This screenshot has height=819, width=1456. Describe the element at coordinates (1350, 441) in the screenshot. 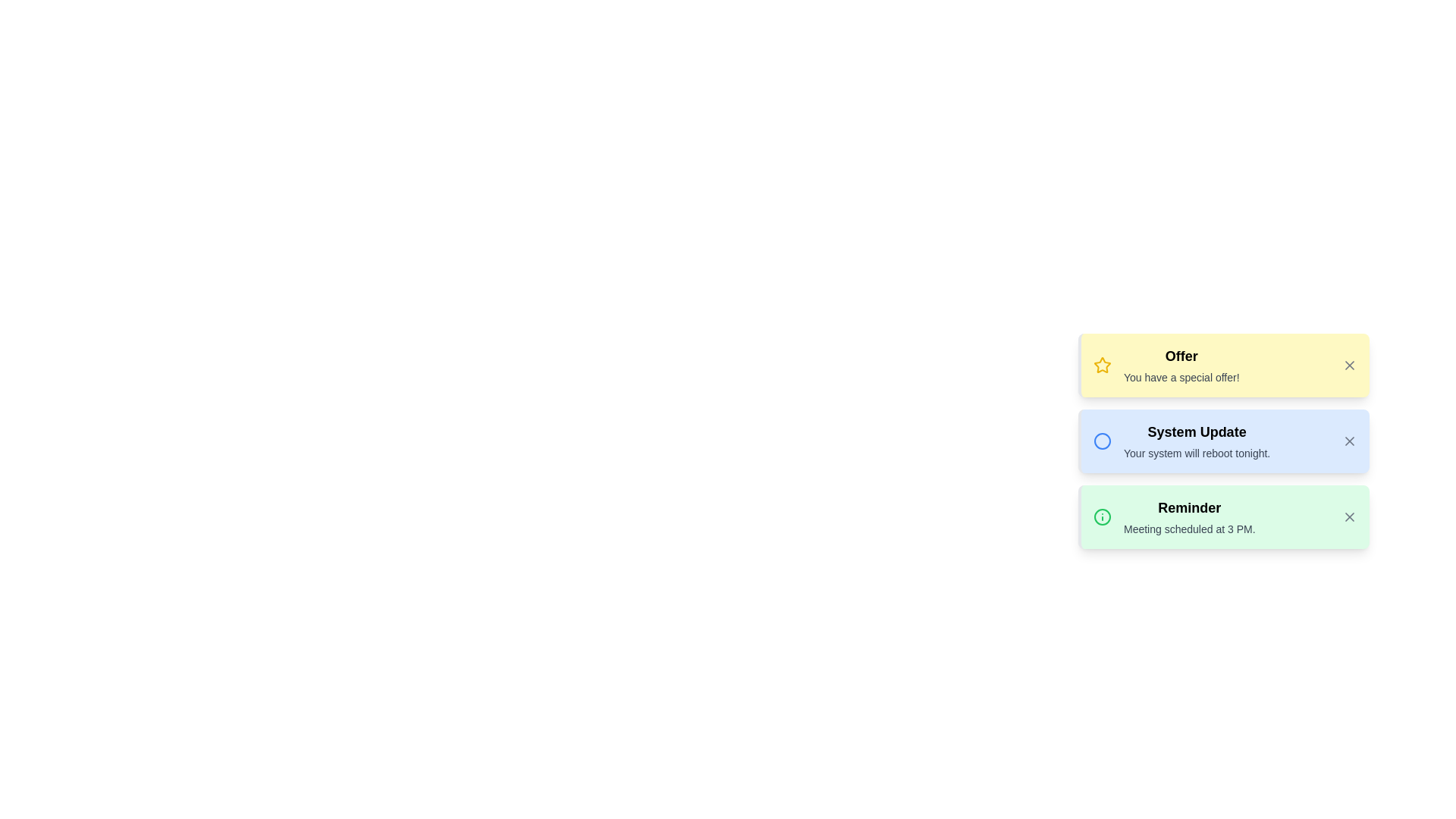

I see `the close button of the notification with title System Update` at that location.